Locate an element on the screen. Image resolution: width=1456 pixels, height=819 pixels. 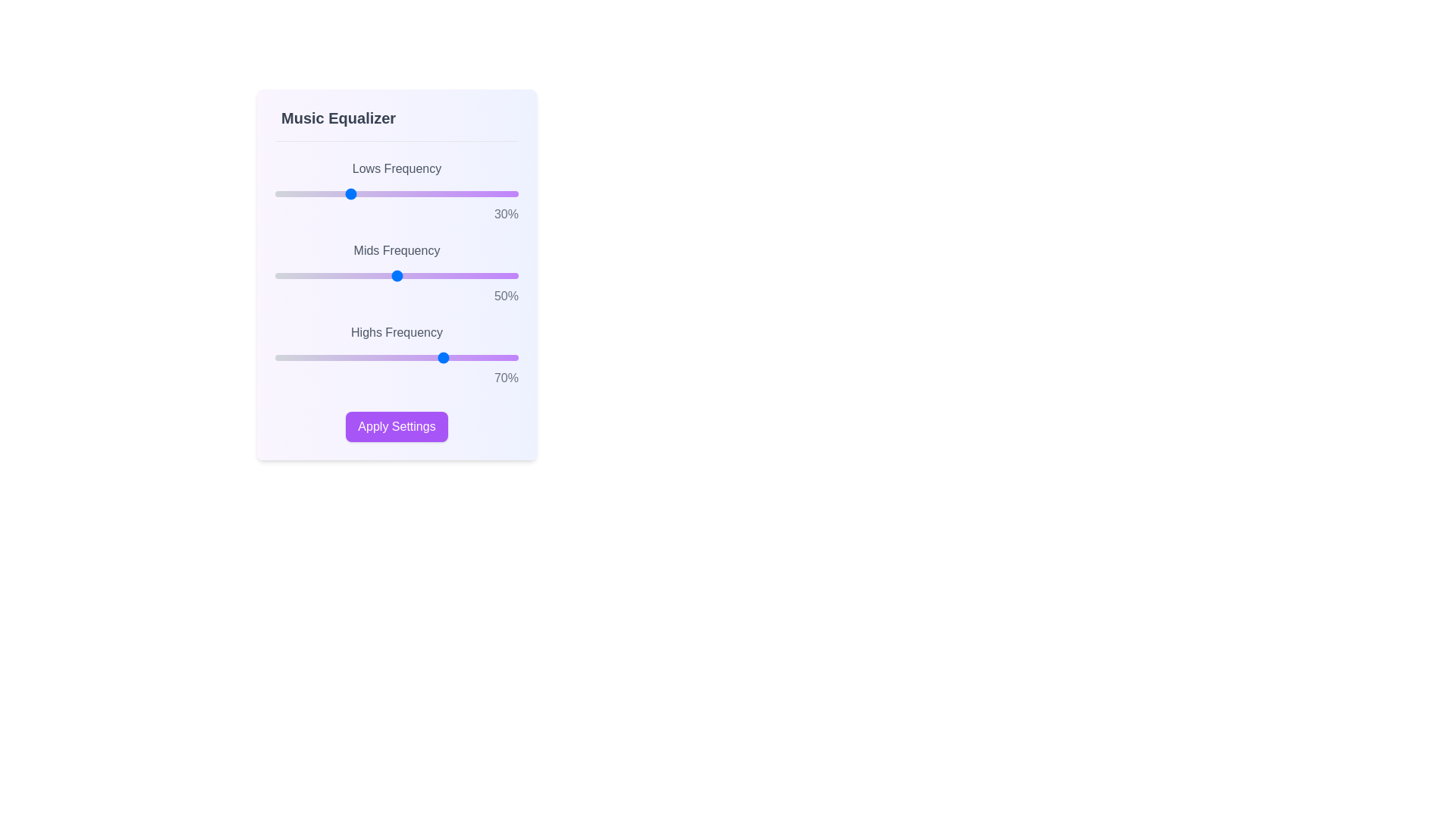
the 'Mids Frequency' slider to 10% is located at coordinates (300, 275).